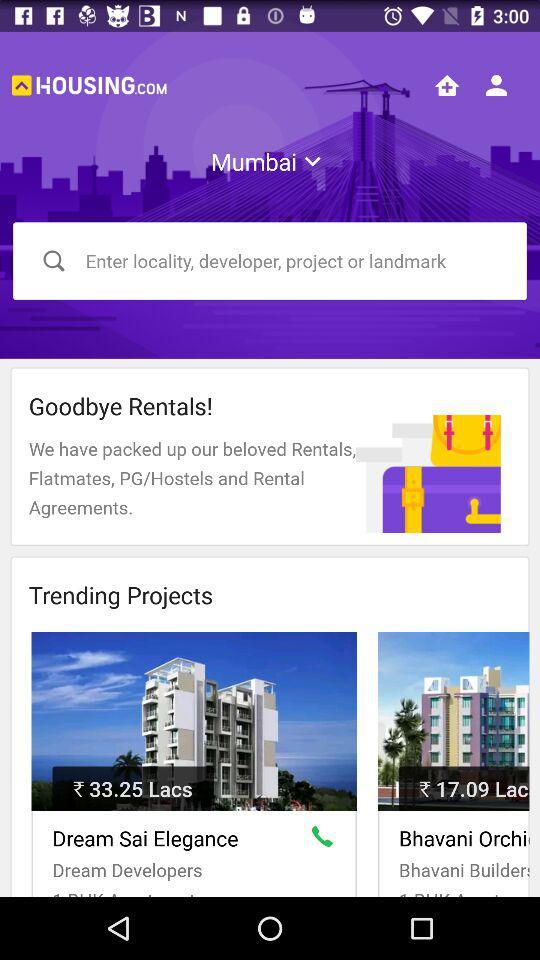  I want to click on the home icon, so click(447, 85).